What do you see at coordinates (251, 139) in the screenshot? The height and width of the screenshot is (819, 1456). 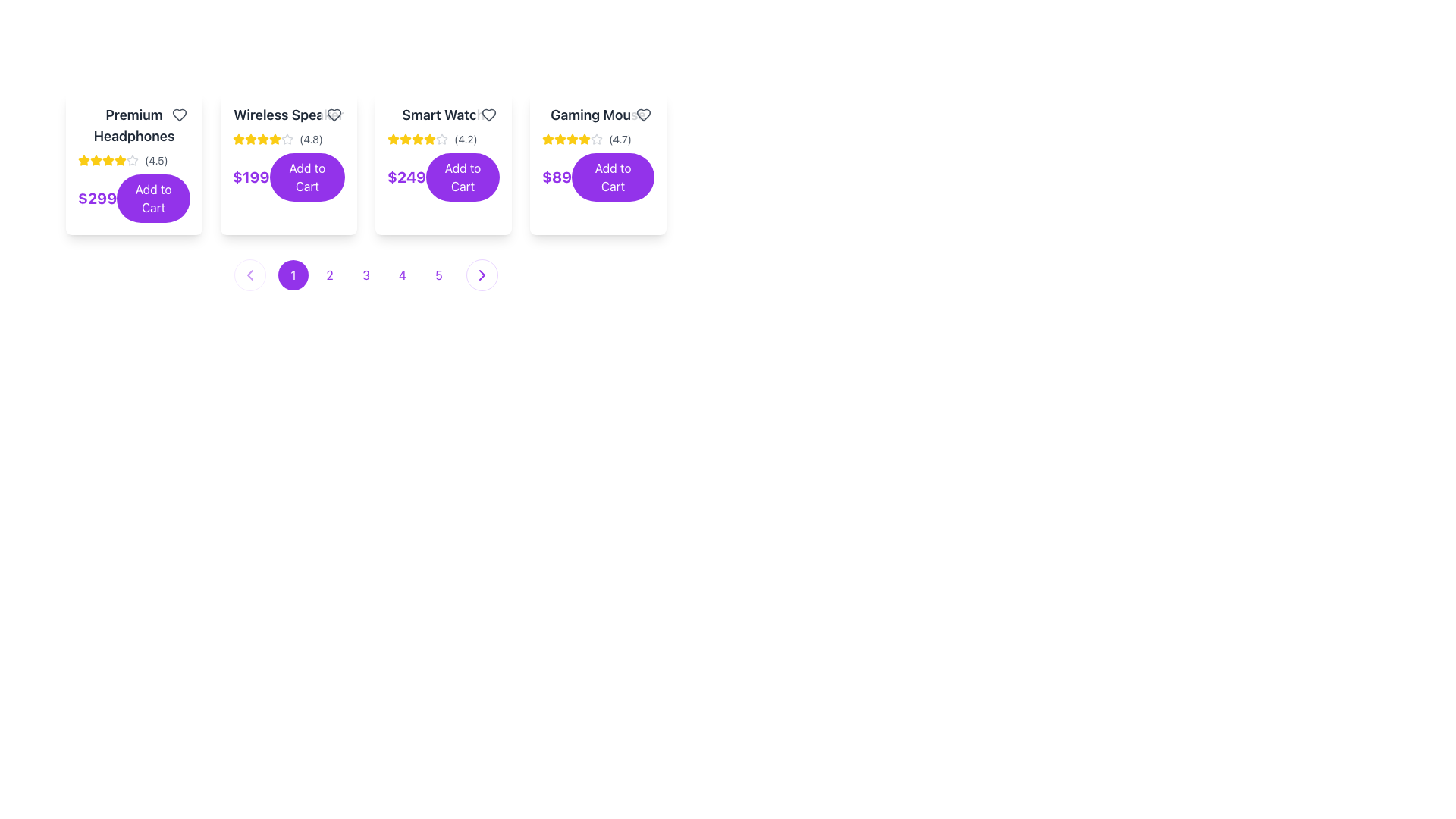 I see `the second star icon` at bounding box center [251, 139].